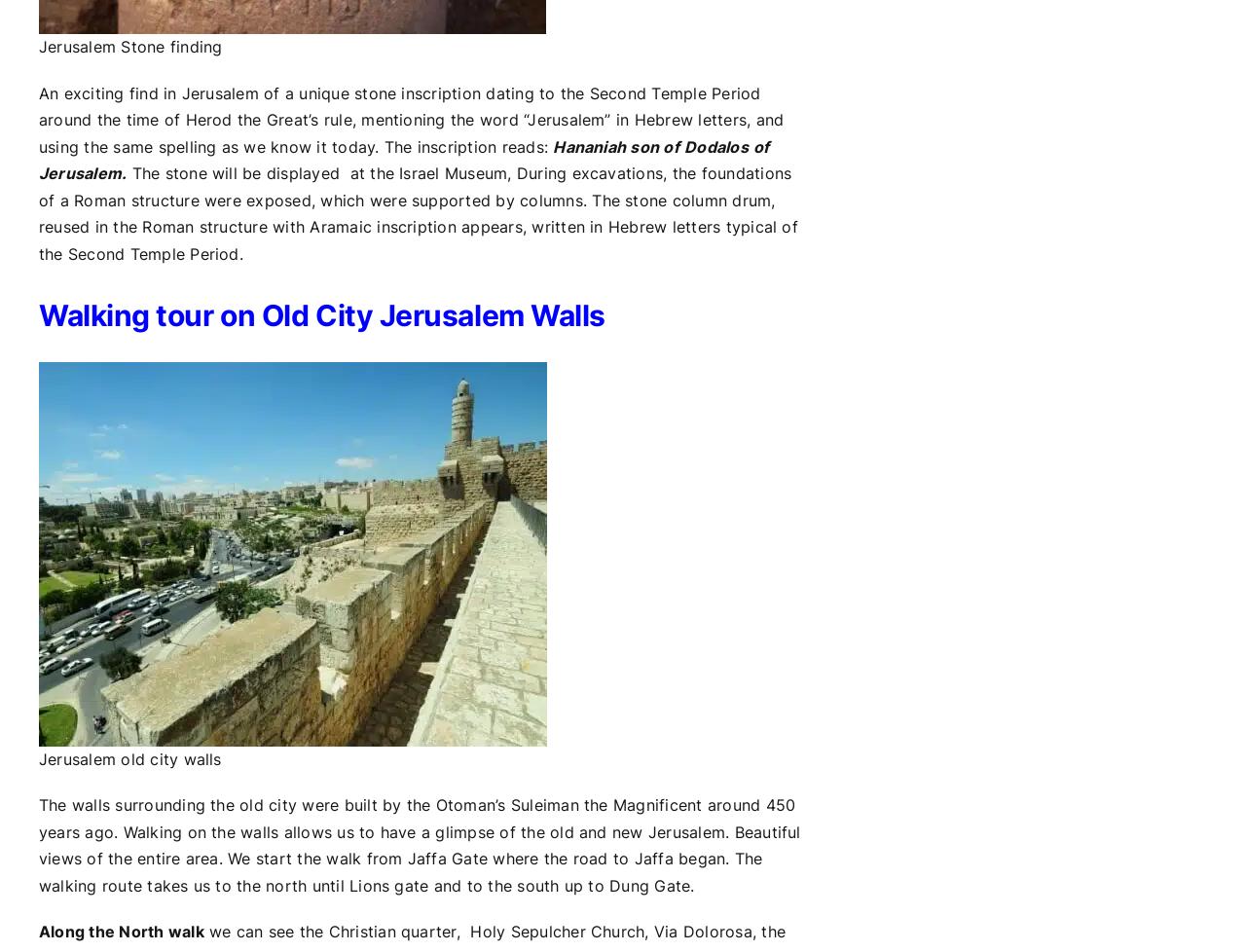 The width and height of the screenshot is (1246, 952). I want to click on 'of Jerusalem.', so click(402, 160).